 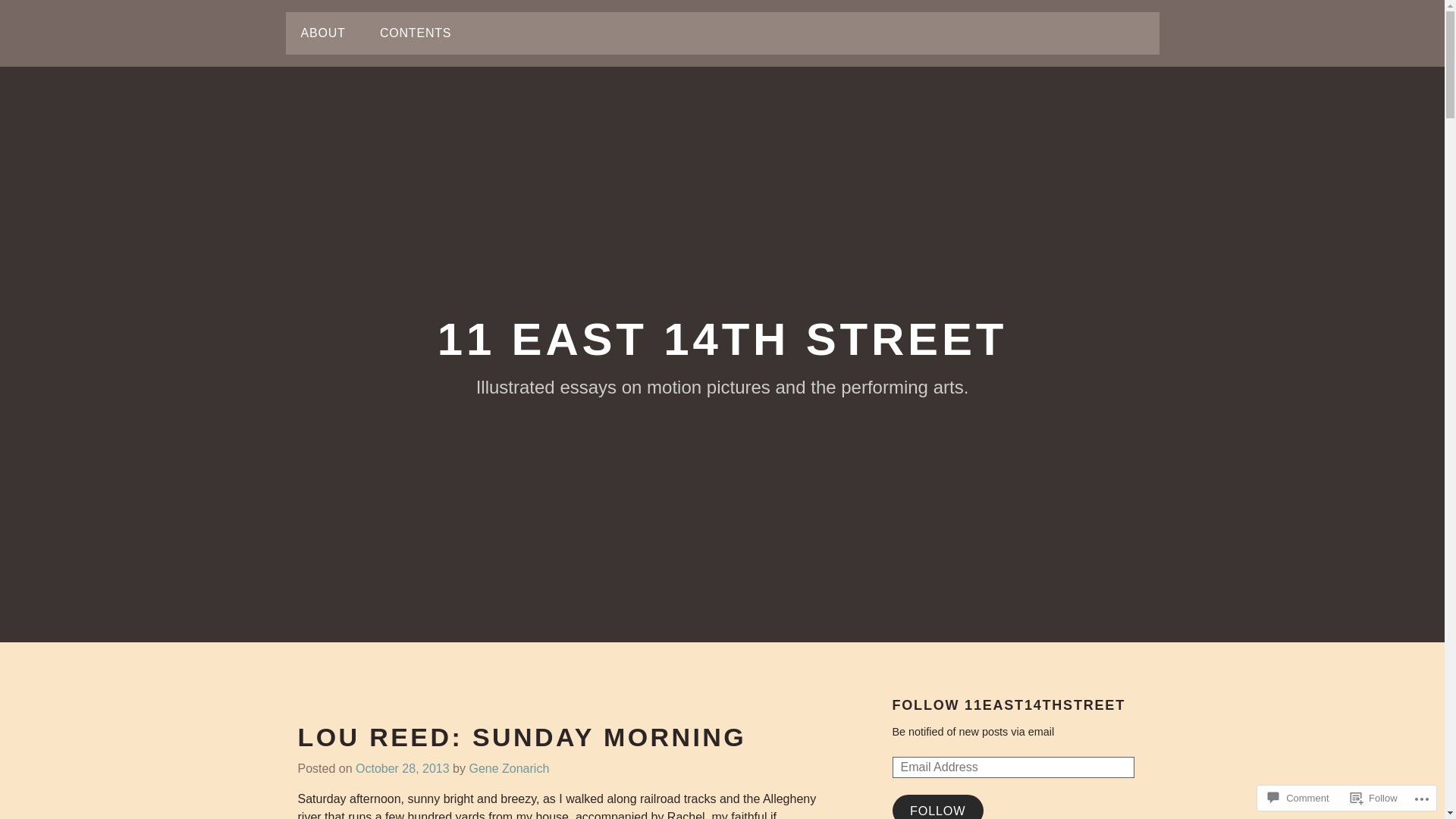 What do you see at coordinates (1298, 797) in the screenshot?
I see `'Comment'` at bounding box center [1298, 797].